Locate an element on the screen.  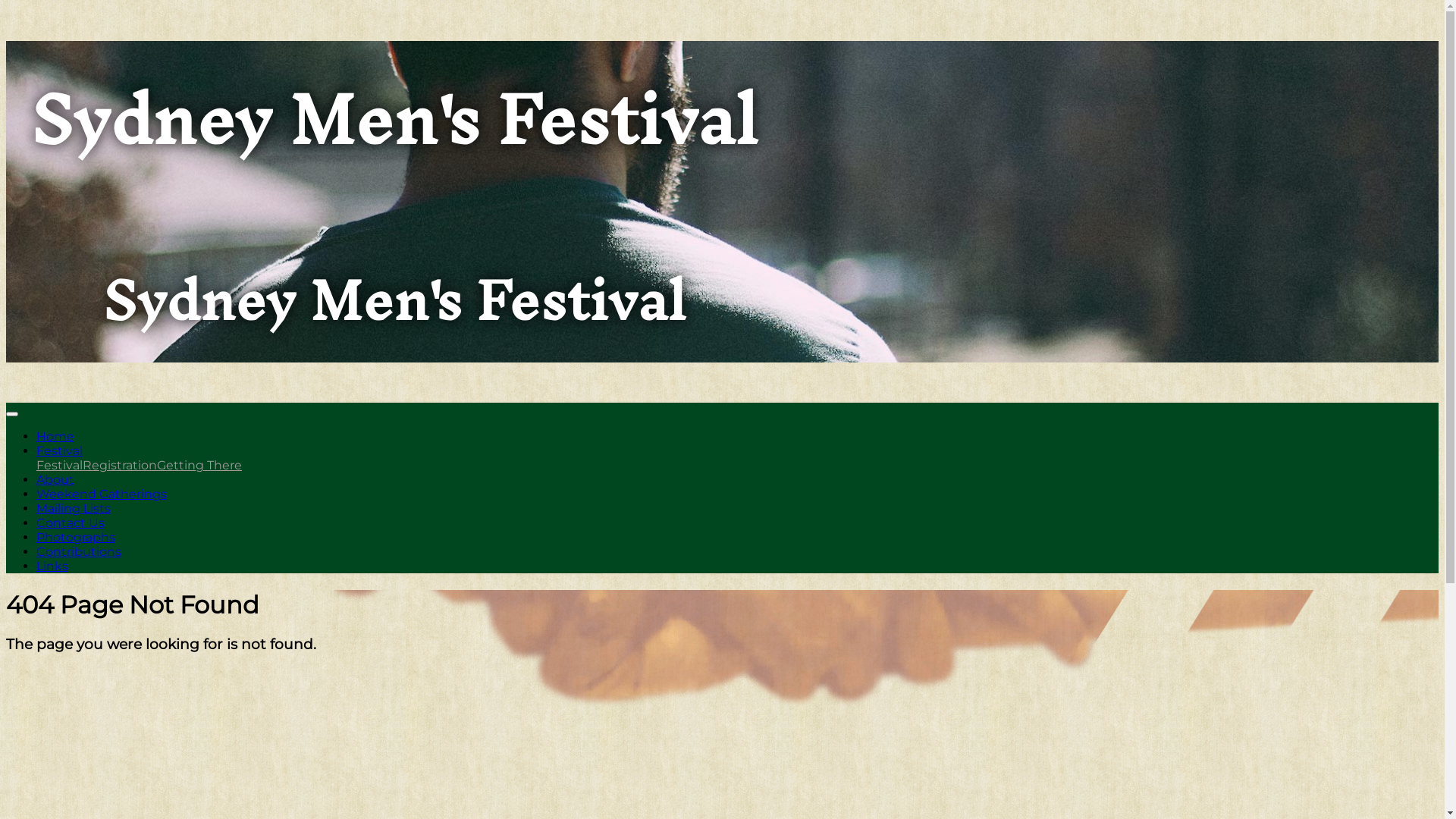
'Home' is located at coordinates (55, 436).